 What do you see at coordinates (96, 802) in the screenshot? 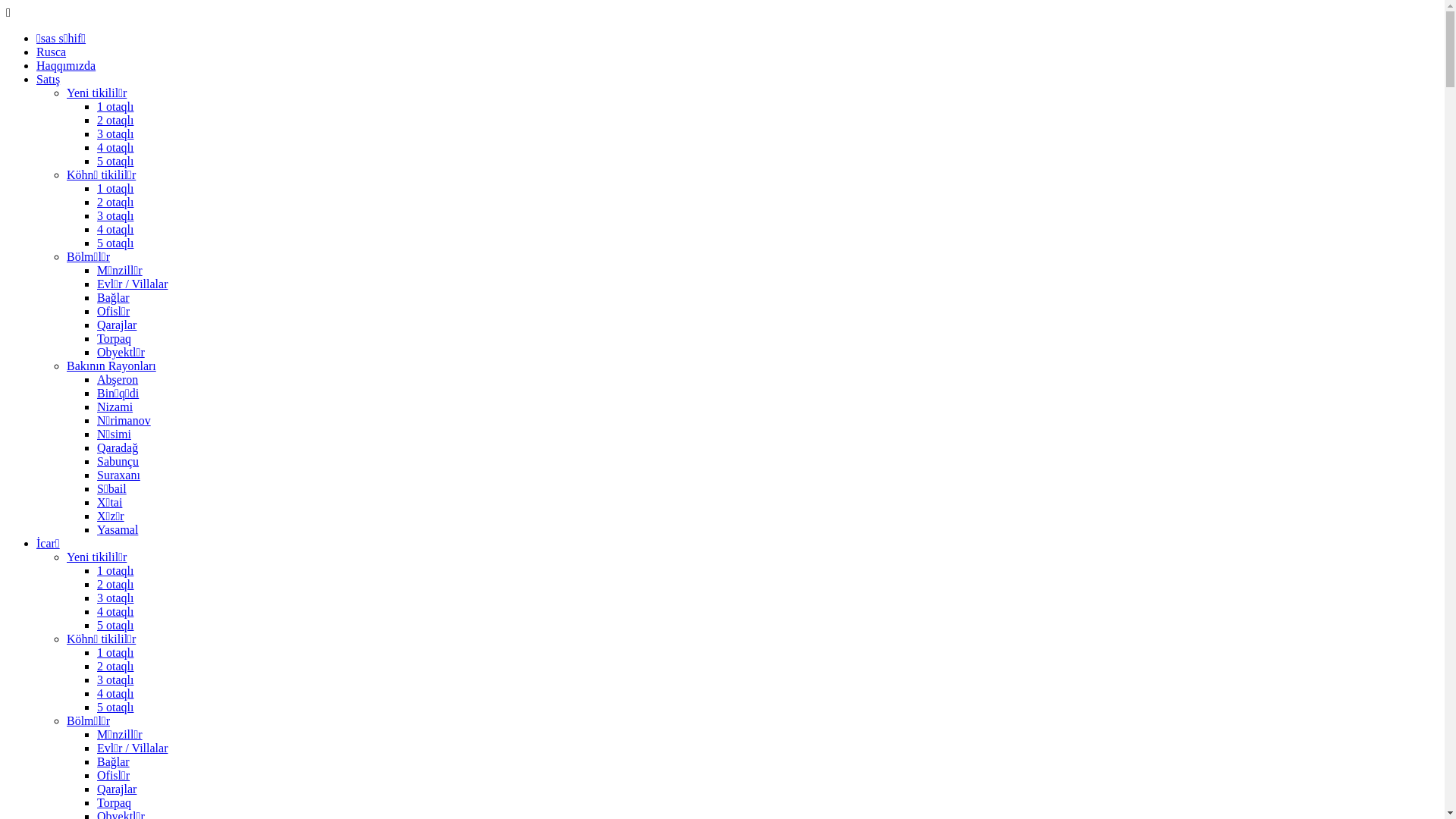
I see `'Torpaq'` at bounding box center [96, 802].